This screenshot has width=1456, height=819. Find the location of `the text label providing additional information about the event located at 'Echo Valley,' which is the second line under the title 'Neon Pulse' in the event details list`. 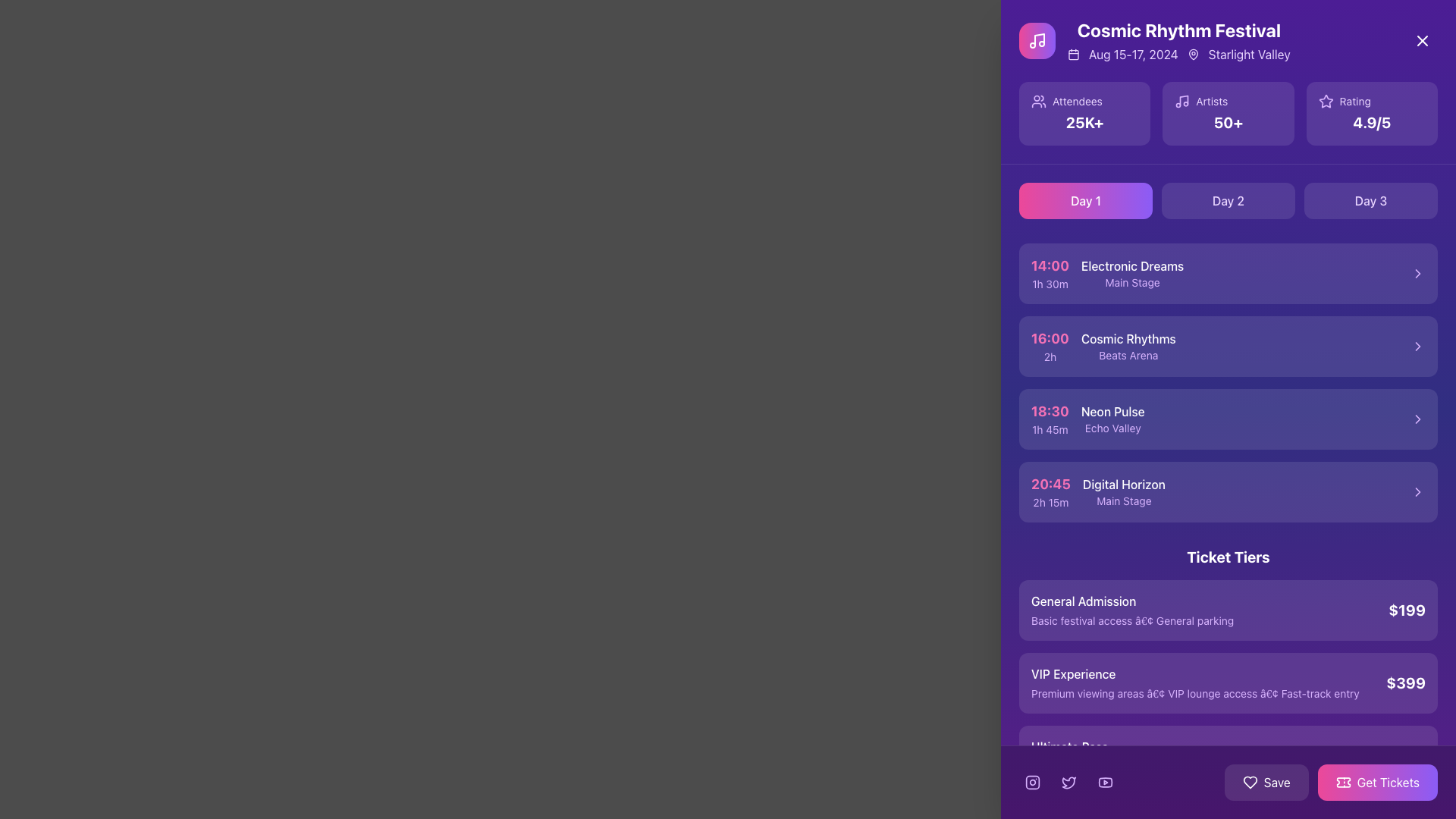

the text label providing additional information about the event located at 'Echo Valley,' which is the second line under the title 'Neon Pulse' in the event details list is located at coordinates (1112, 428).